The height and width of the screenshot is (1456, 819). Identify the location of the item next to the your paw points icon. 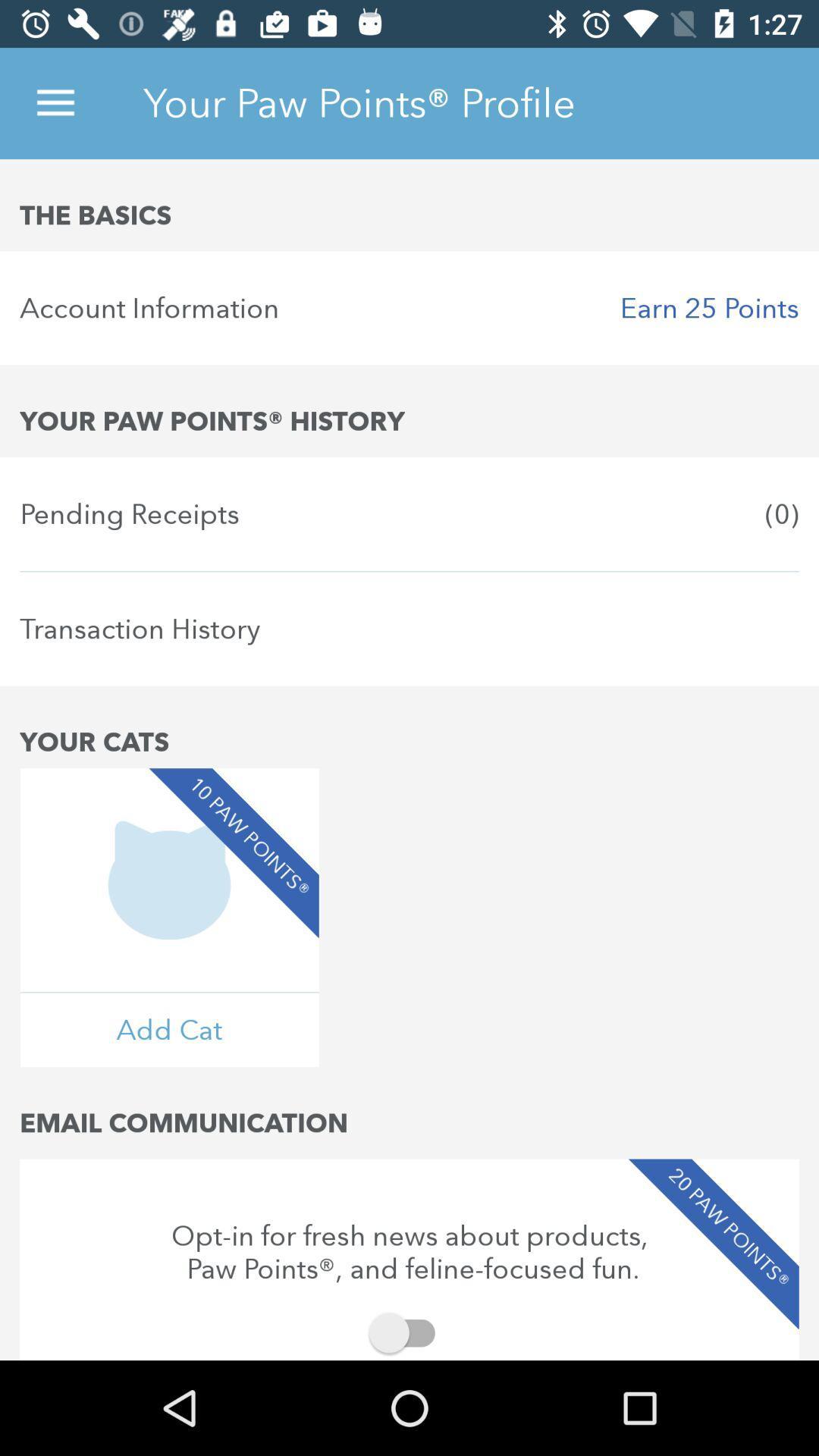
(55, 102).